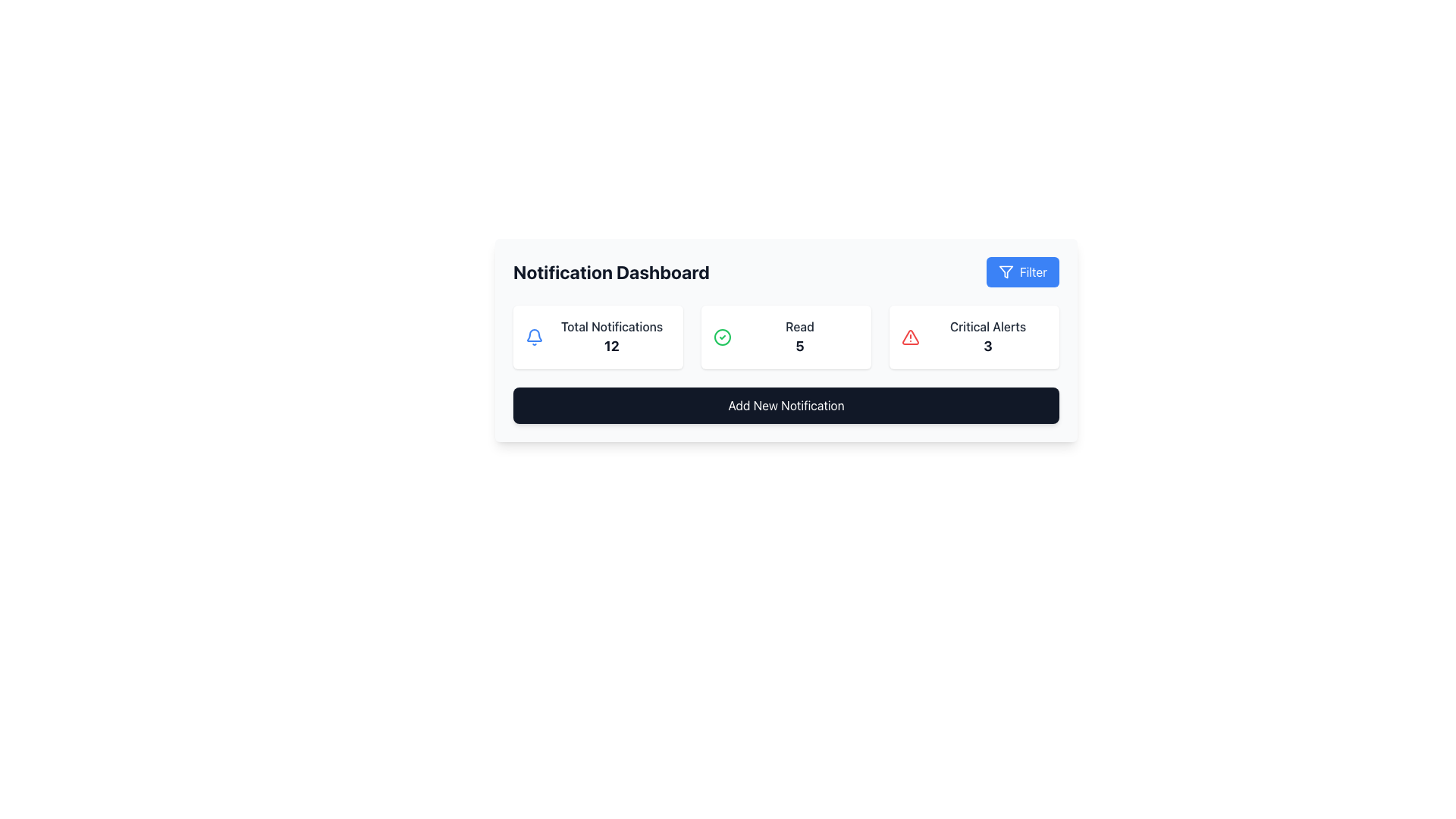 This screenshot has width=1456, height=819. I want to click on the blue-colored funnel-shaped filter icon embedded within the 'Filter' button located in the top-right corner of the notification dashboard, so click(1006, 271).